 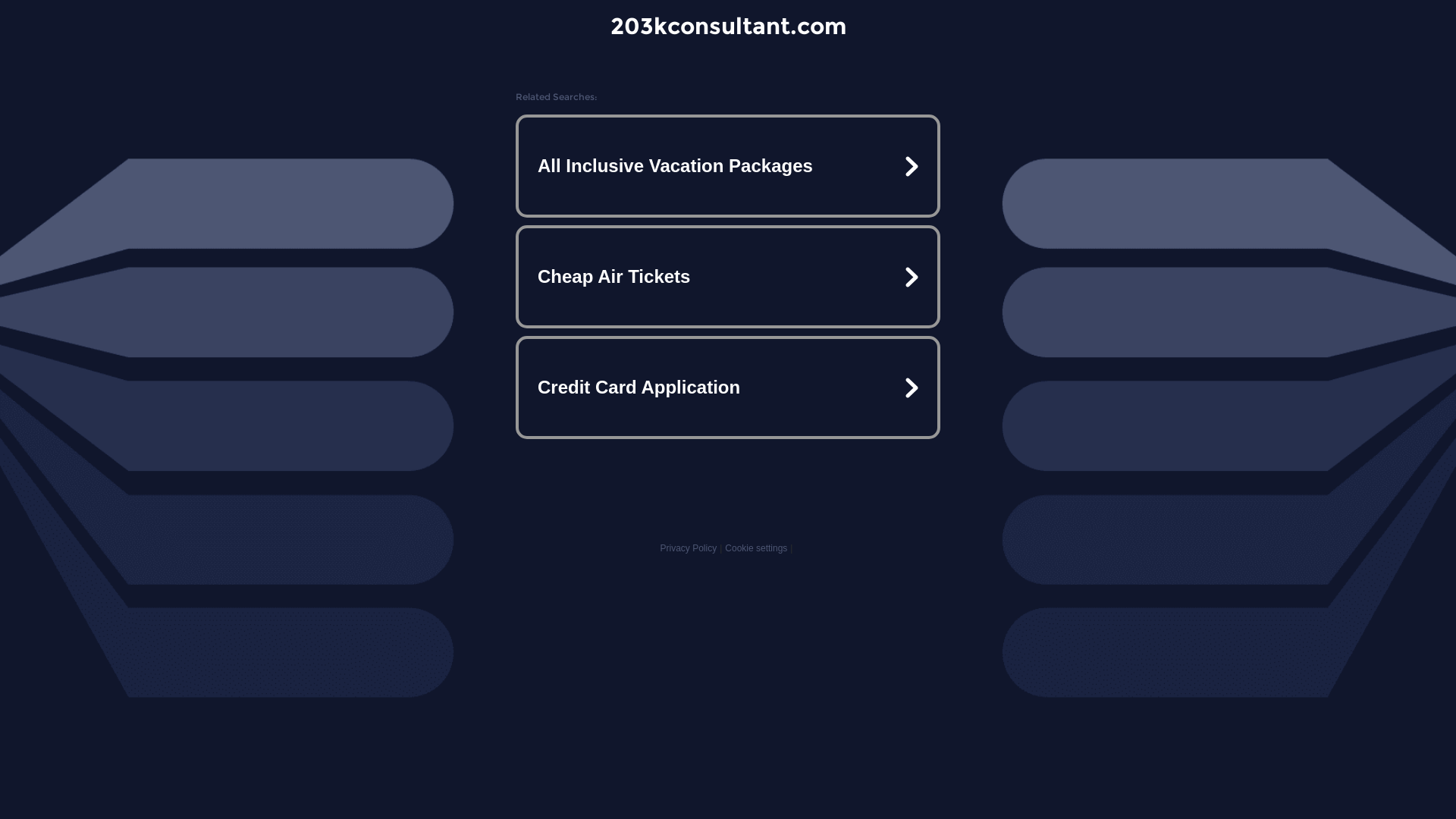 What do you see at coordinates (723, 548) in the screenshot?
I see `'Cookie settings'` at bounding box center [723, 548].